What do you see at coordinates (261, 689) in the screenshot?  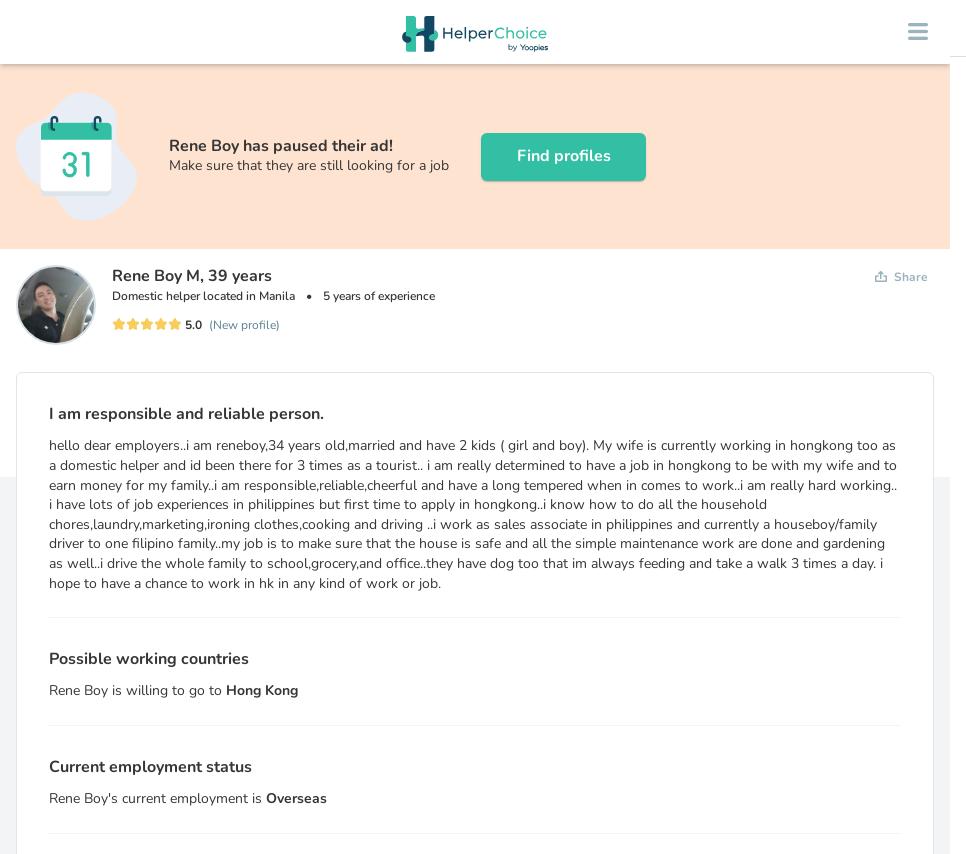 I see `'Hong Kong'` at bounding box center [261, 689].